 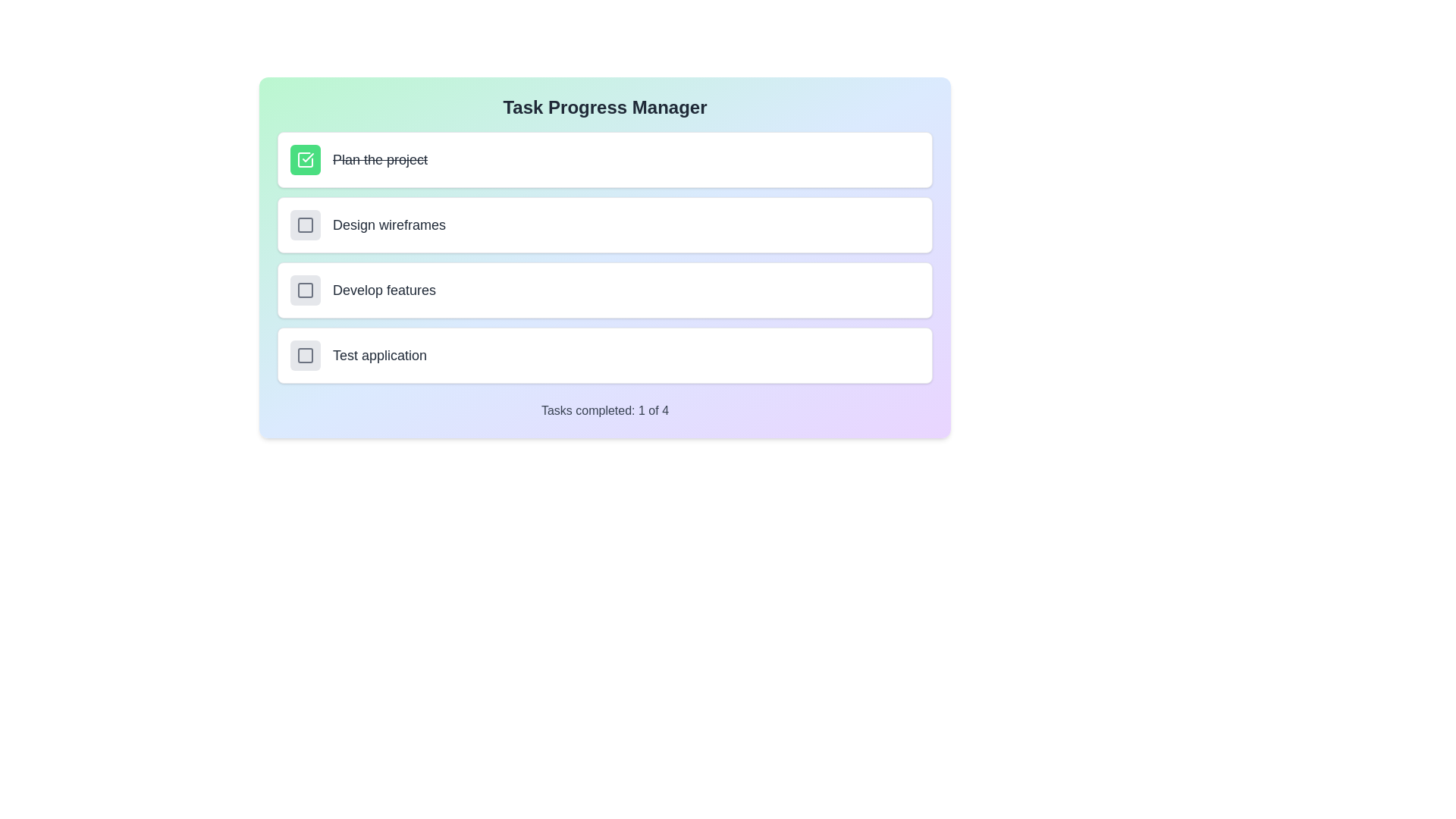 I want to click on the clickable checkbox that marks the 'Test application' task as completed, so click(x=305, y=356).